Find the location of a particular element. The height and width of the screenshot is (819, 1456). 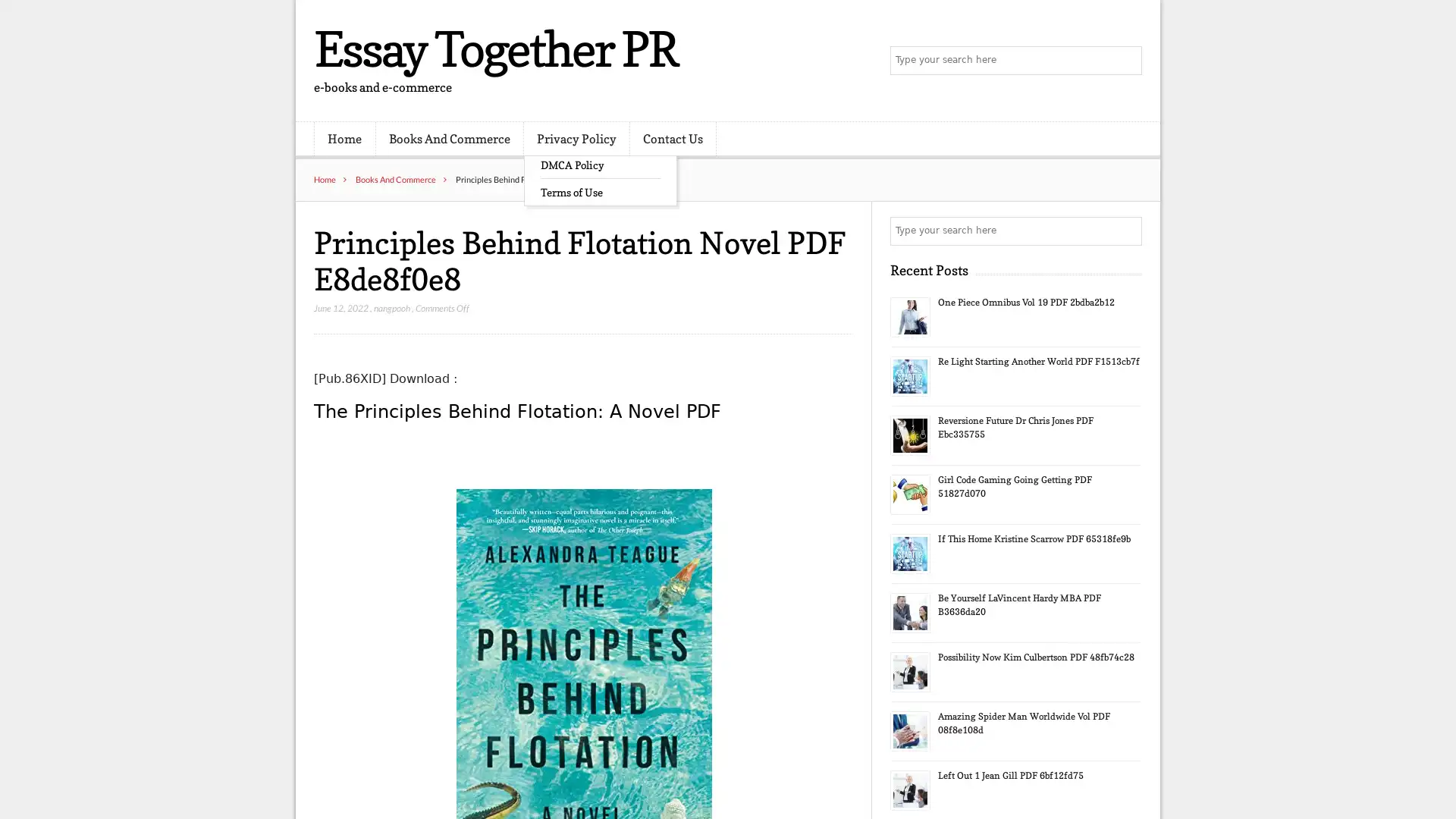

Search is located at coordinates (1126, 61).